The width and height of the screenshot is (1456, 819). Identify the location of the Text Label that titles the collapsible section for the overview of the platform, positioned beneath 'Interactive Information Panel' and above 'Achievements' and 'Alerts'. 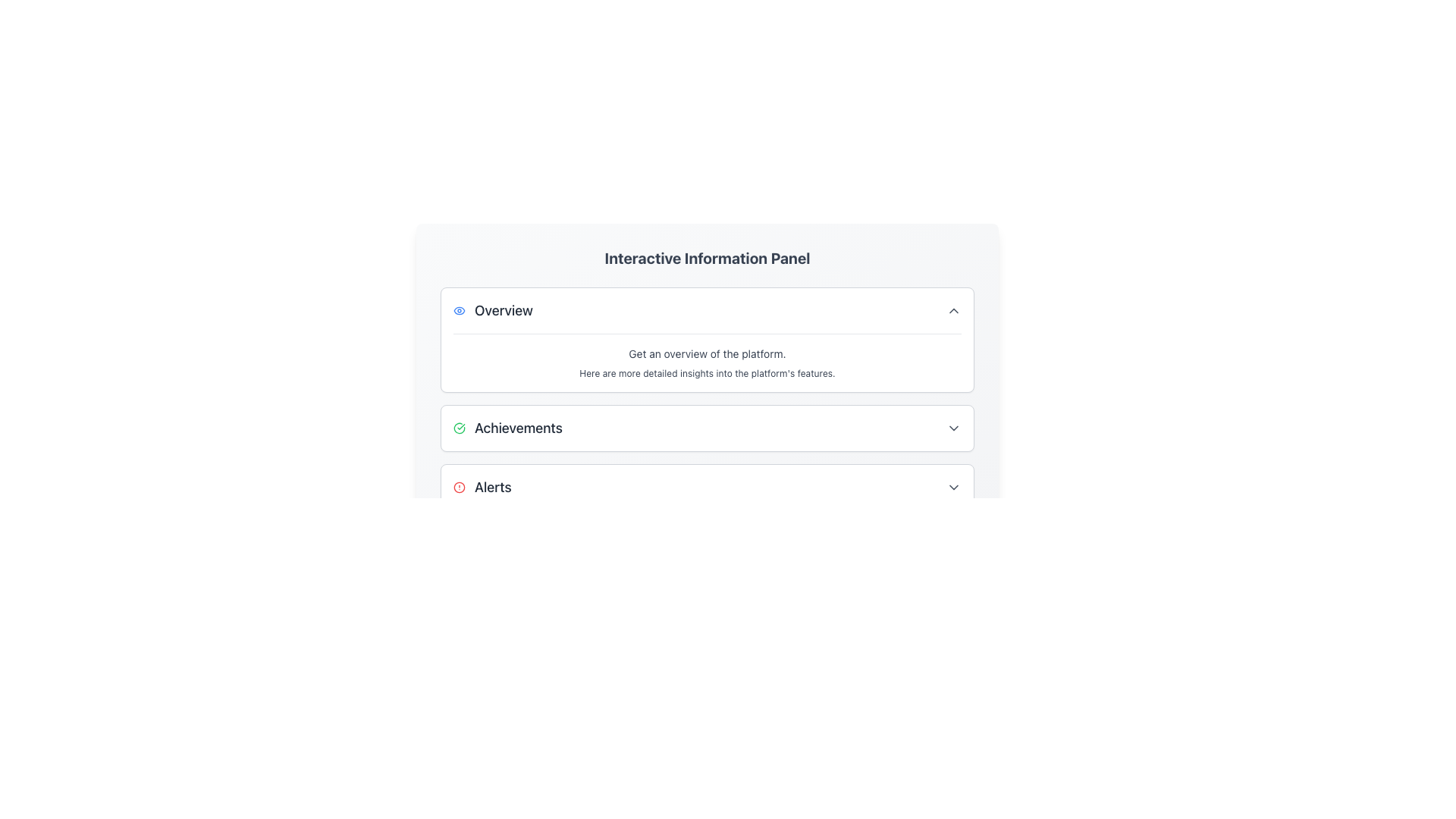
(504, 309).